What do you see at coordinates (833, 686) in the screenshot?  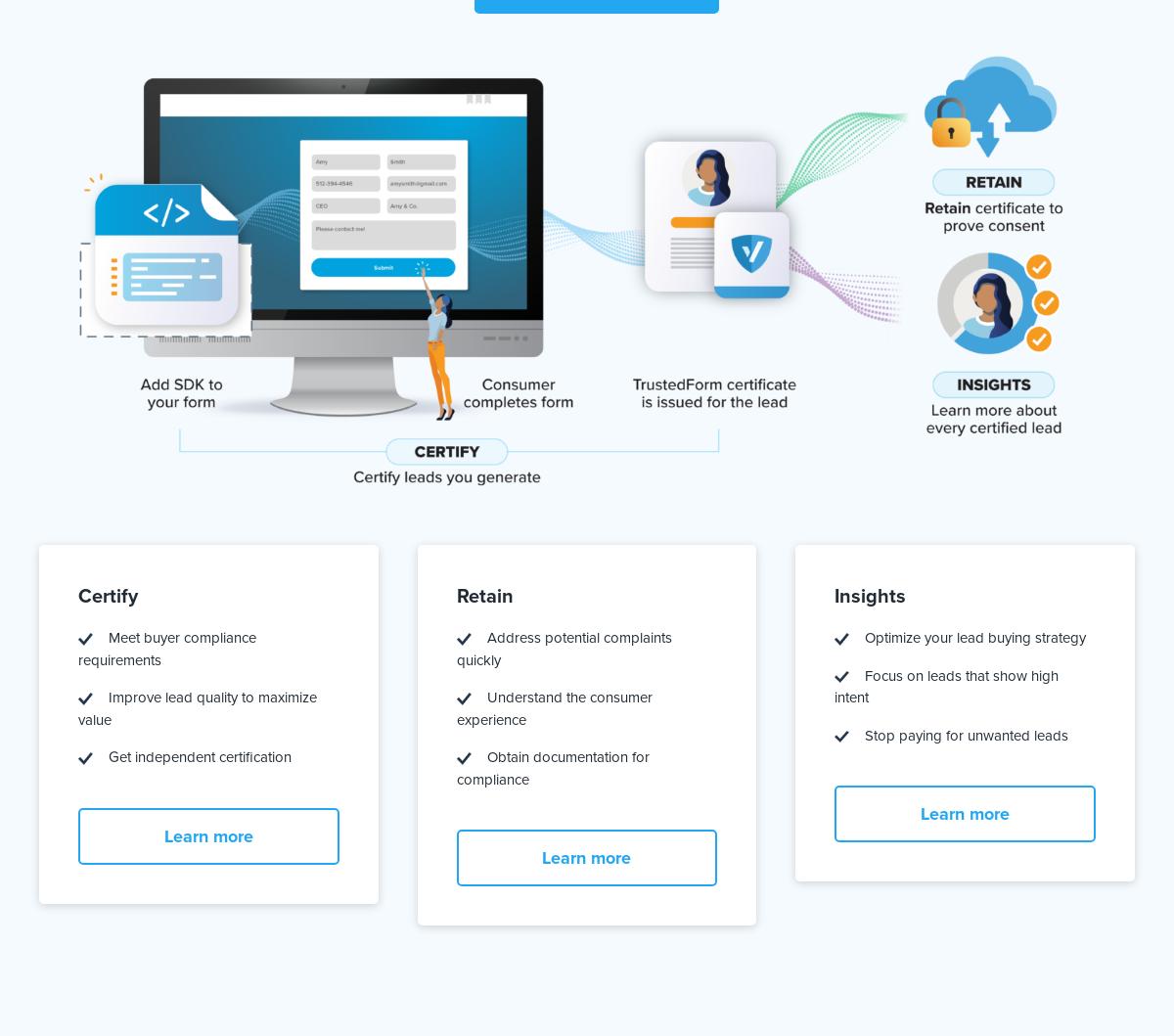 I see `'Focus on leads that show high intent'` at bounding box center [833, 686].